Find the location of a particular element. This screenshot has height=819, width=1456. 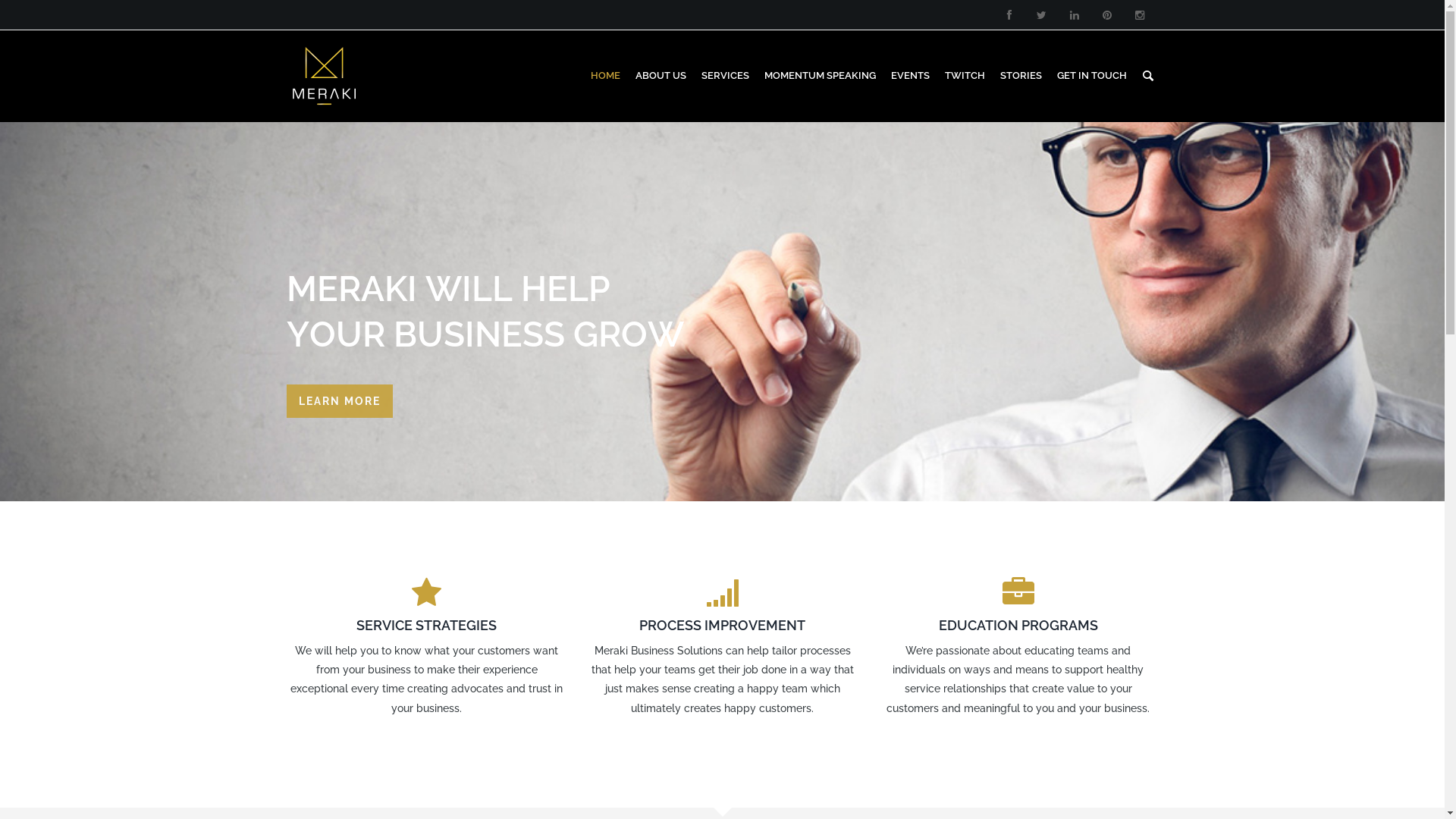

'SERVICES' is located at coordinates (723, 76).